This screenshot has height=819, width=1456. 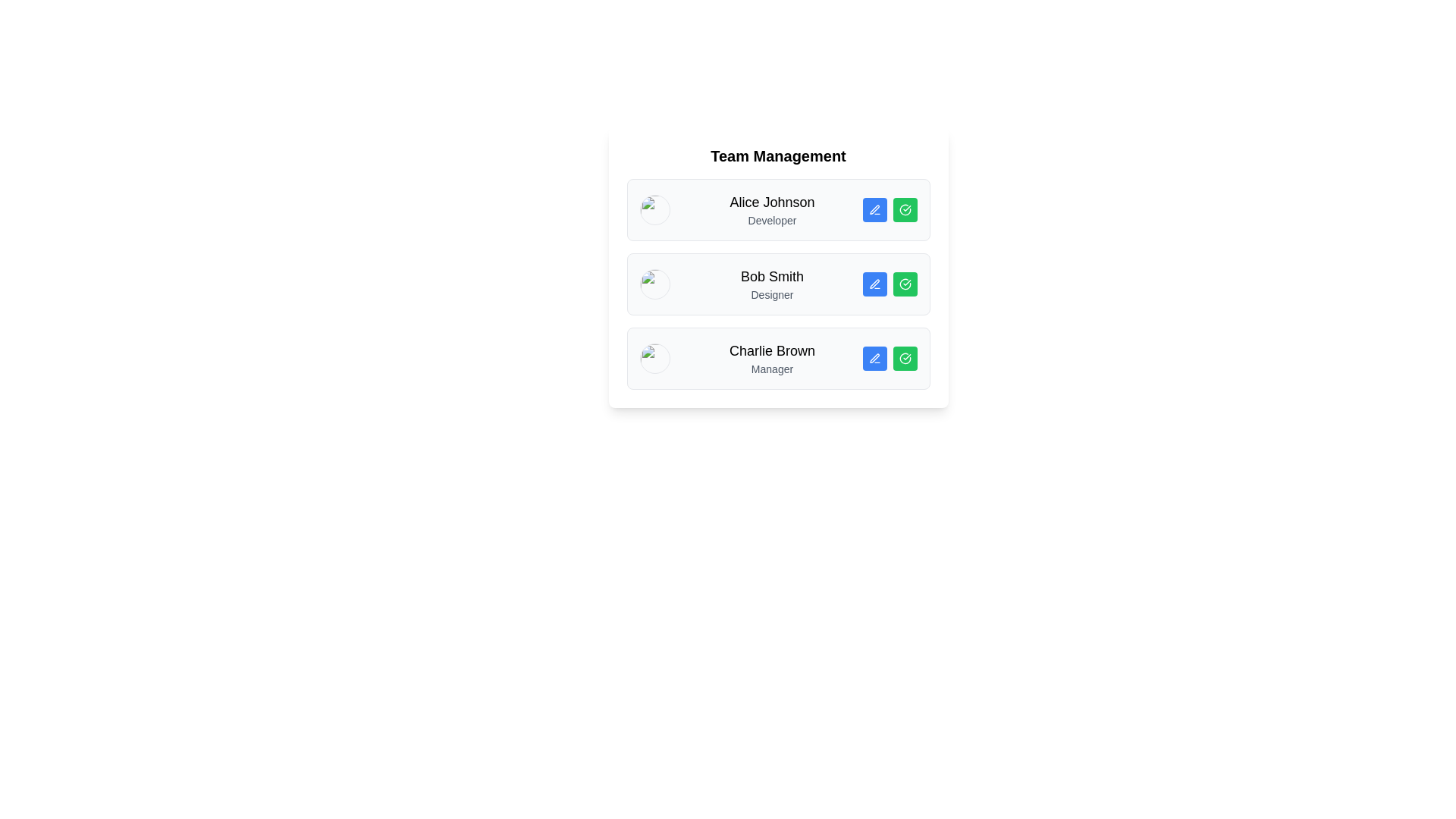 What do you see at coordinates (778, 284) in the screenshot?
I see `the second list item displaying a team member's name and role under the 'Team Management' heading` at bounding box center [778, 284].